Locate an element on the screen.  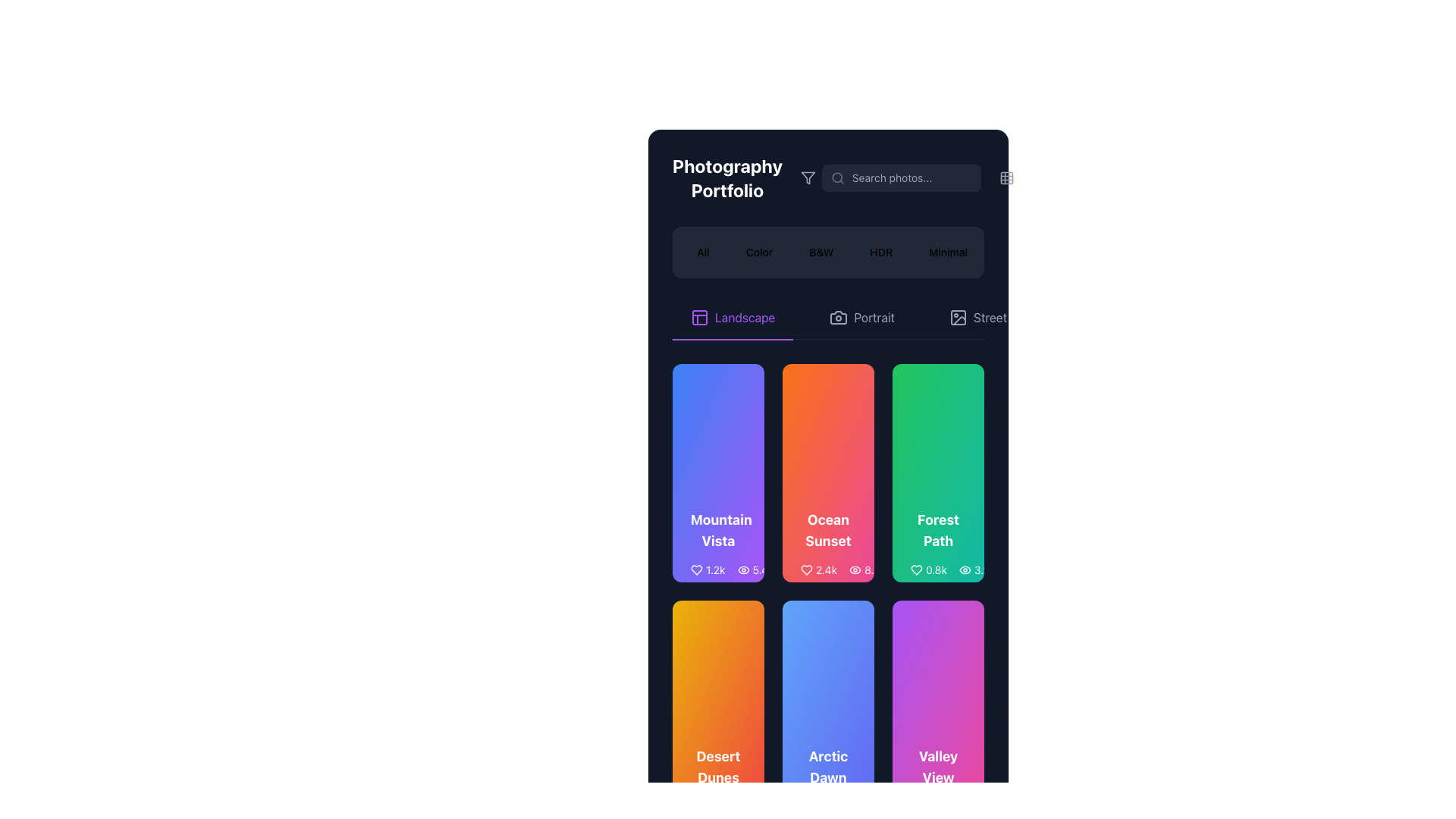
the 'Ocean Sunset' informational tile in the photography portfolio grid is located at coordinates (827, 546).